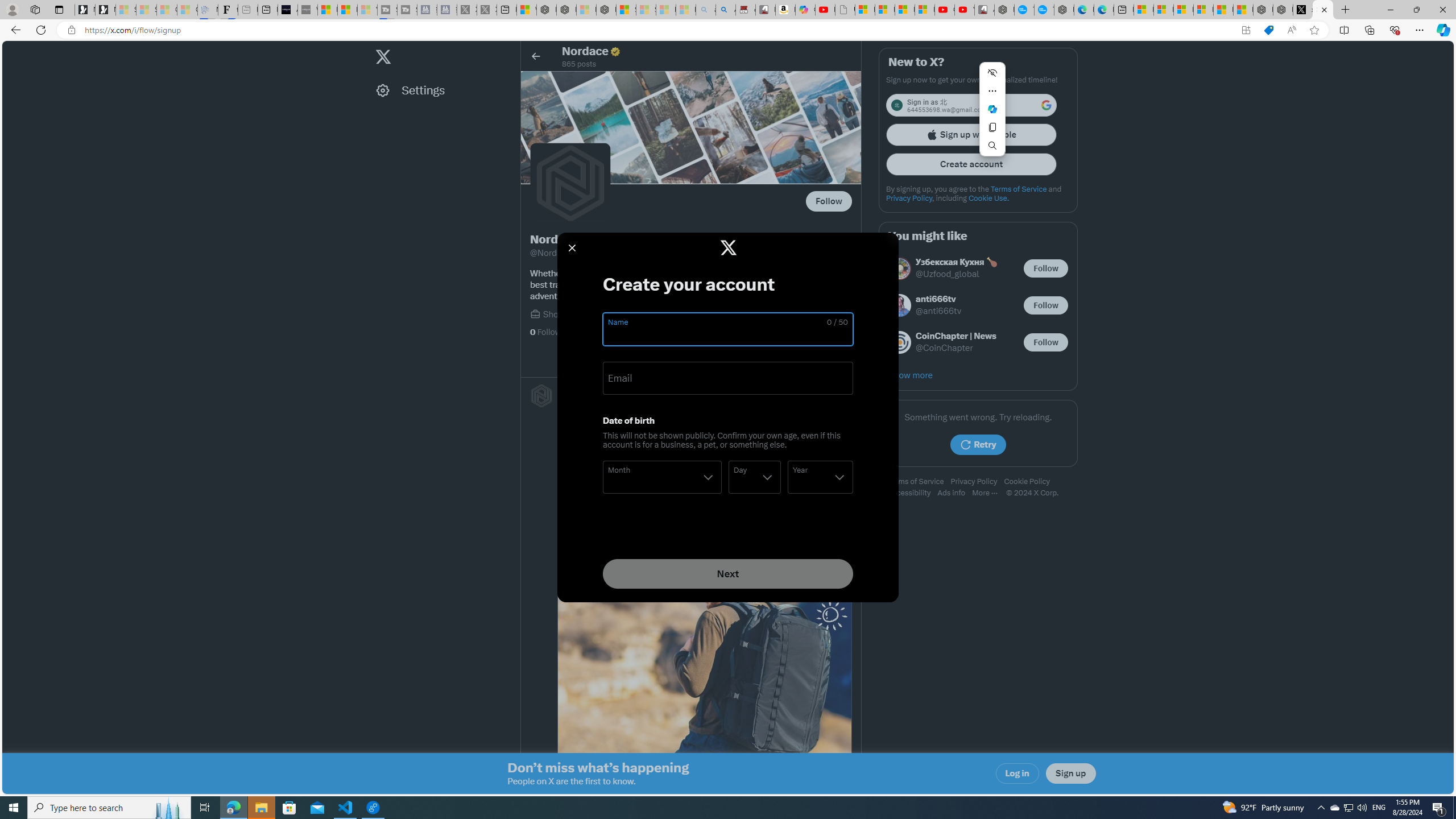  Describe the element at coordinates (992, 90) in the screenshot. I see `'More actions'` at that location.